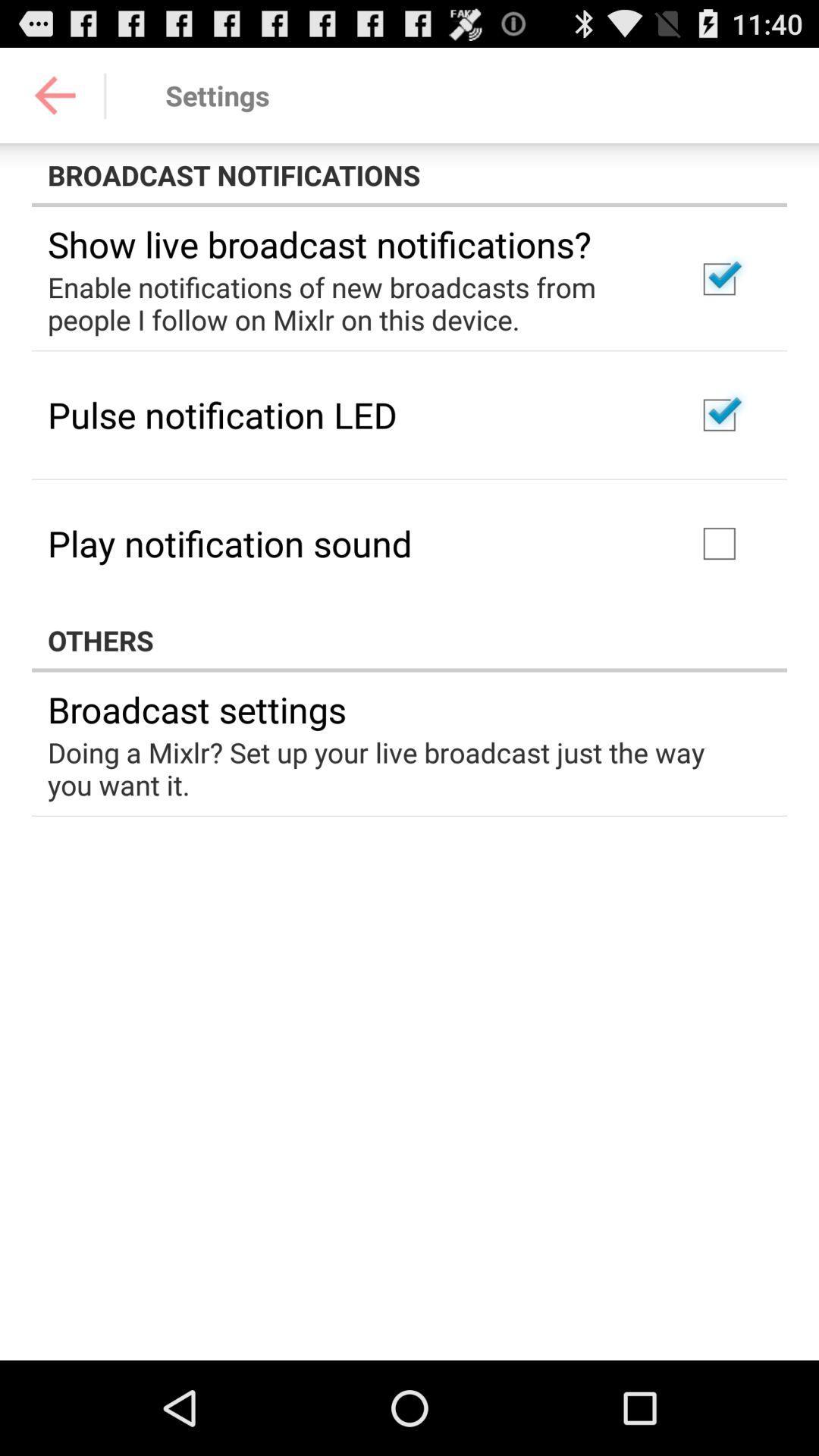 The width and height of the screenshot is (819, 1456). Describe the element at coordinates (230, 543) in the screenshot. I see `the item above the others` at that location.